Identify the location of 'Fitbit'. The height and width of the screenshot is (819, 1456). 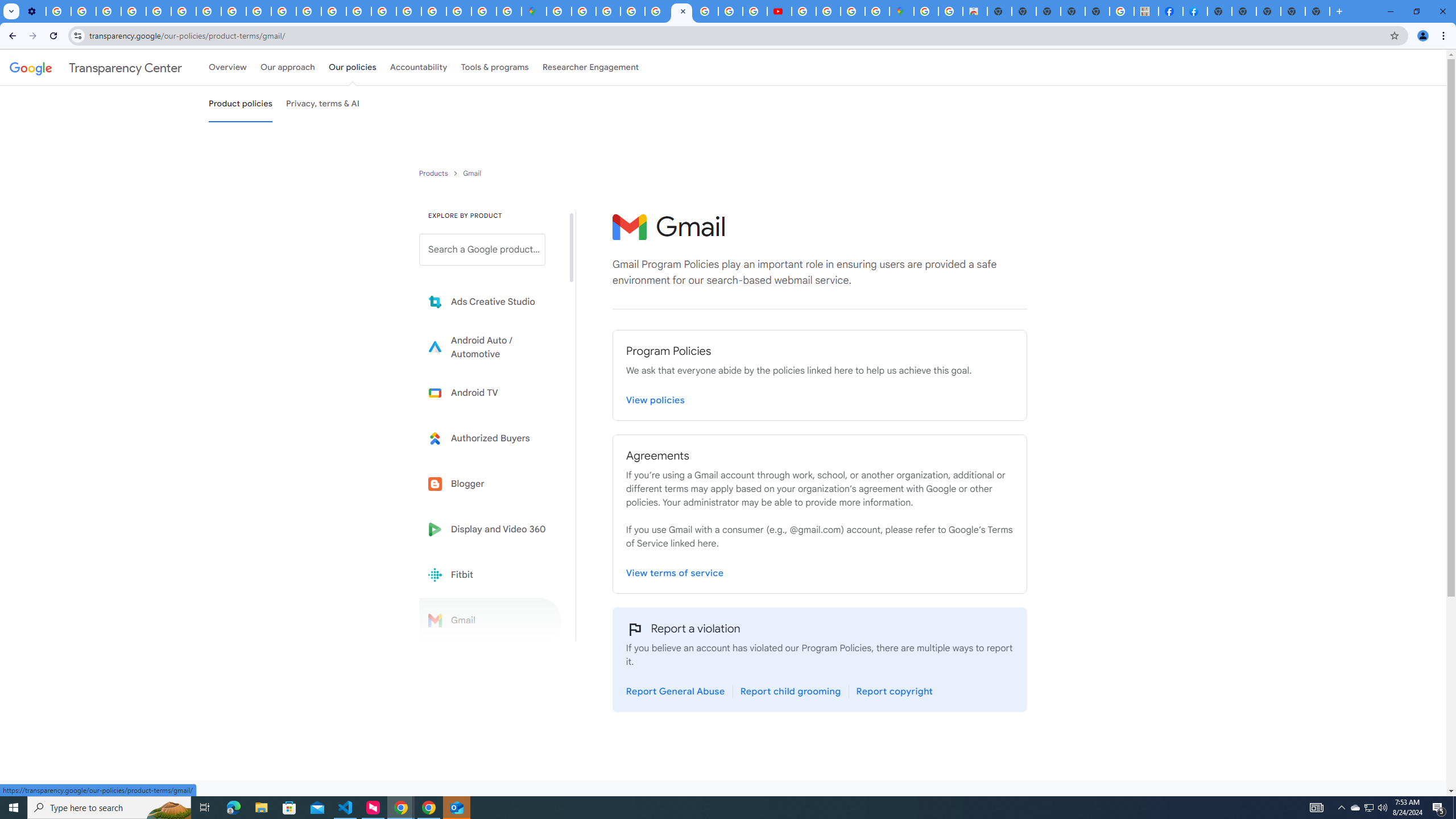
(490, 574).